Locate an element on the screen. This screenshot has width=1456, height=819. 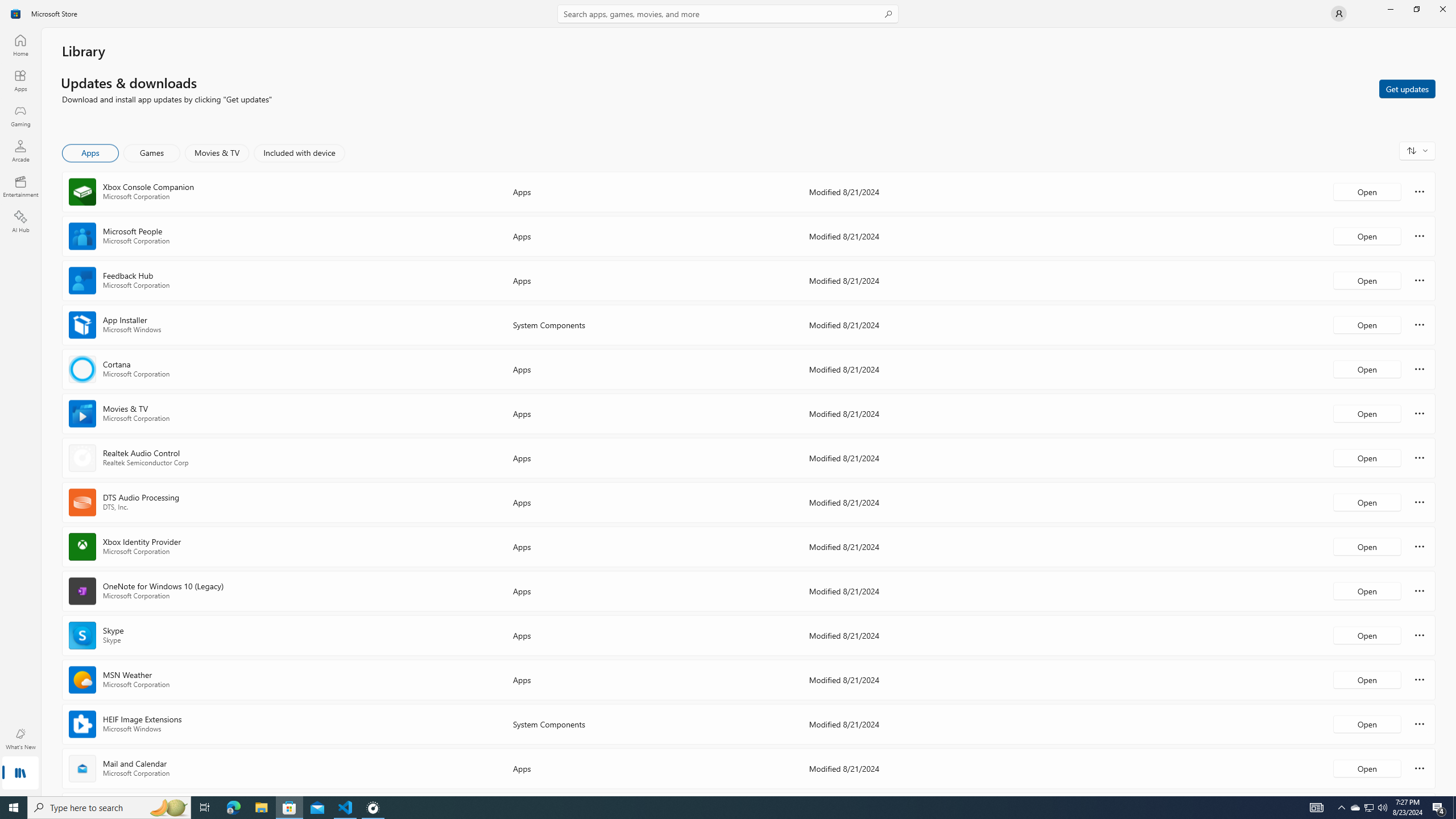
'Sort and filter' is located at coordinates (1417, 150).